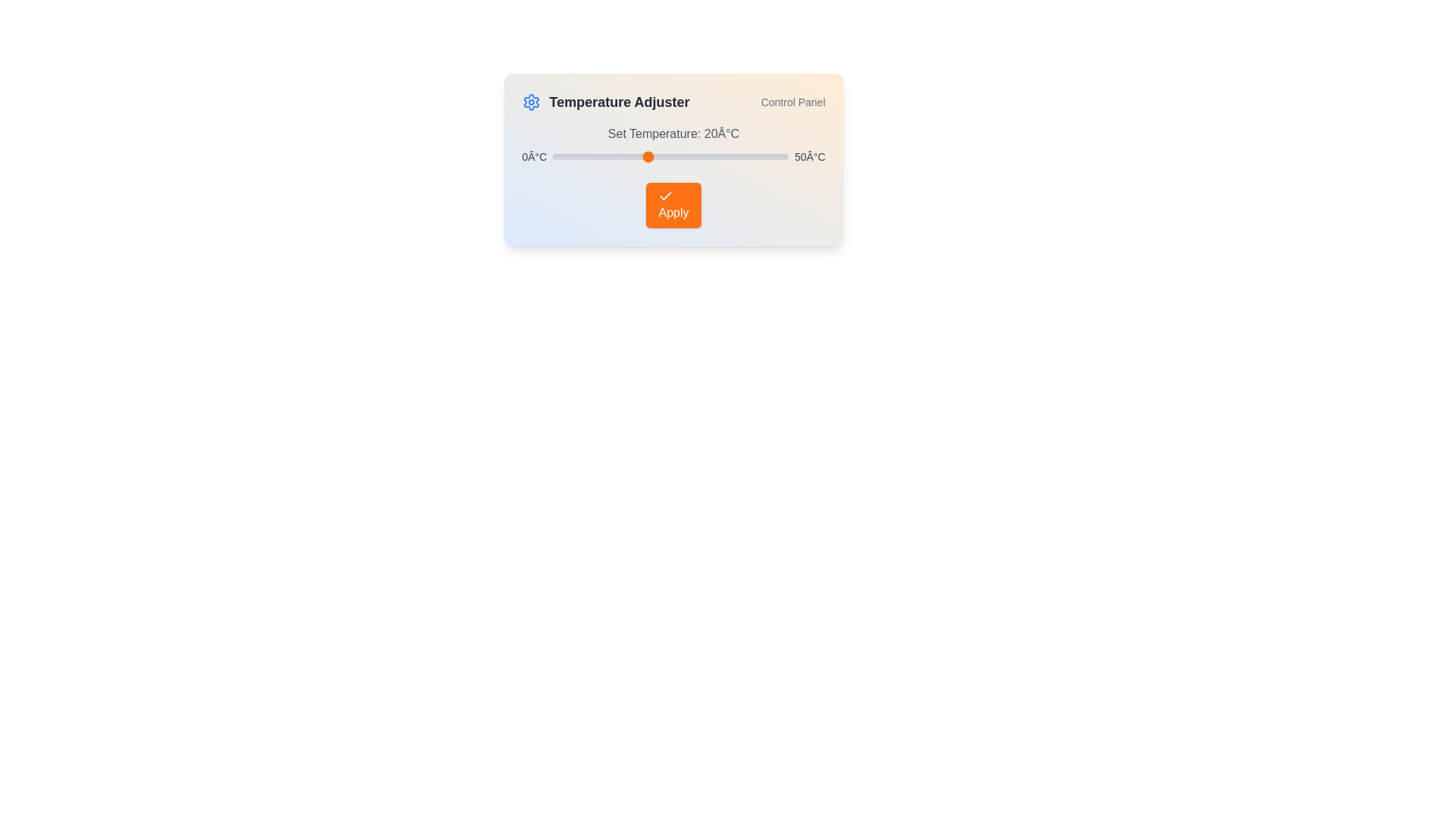 This screenshot has height=819, width=1456. I want to click on the temperature slider to set the temperature to 7°C, so click(585, 157).